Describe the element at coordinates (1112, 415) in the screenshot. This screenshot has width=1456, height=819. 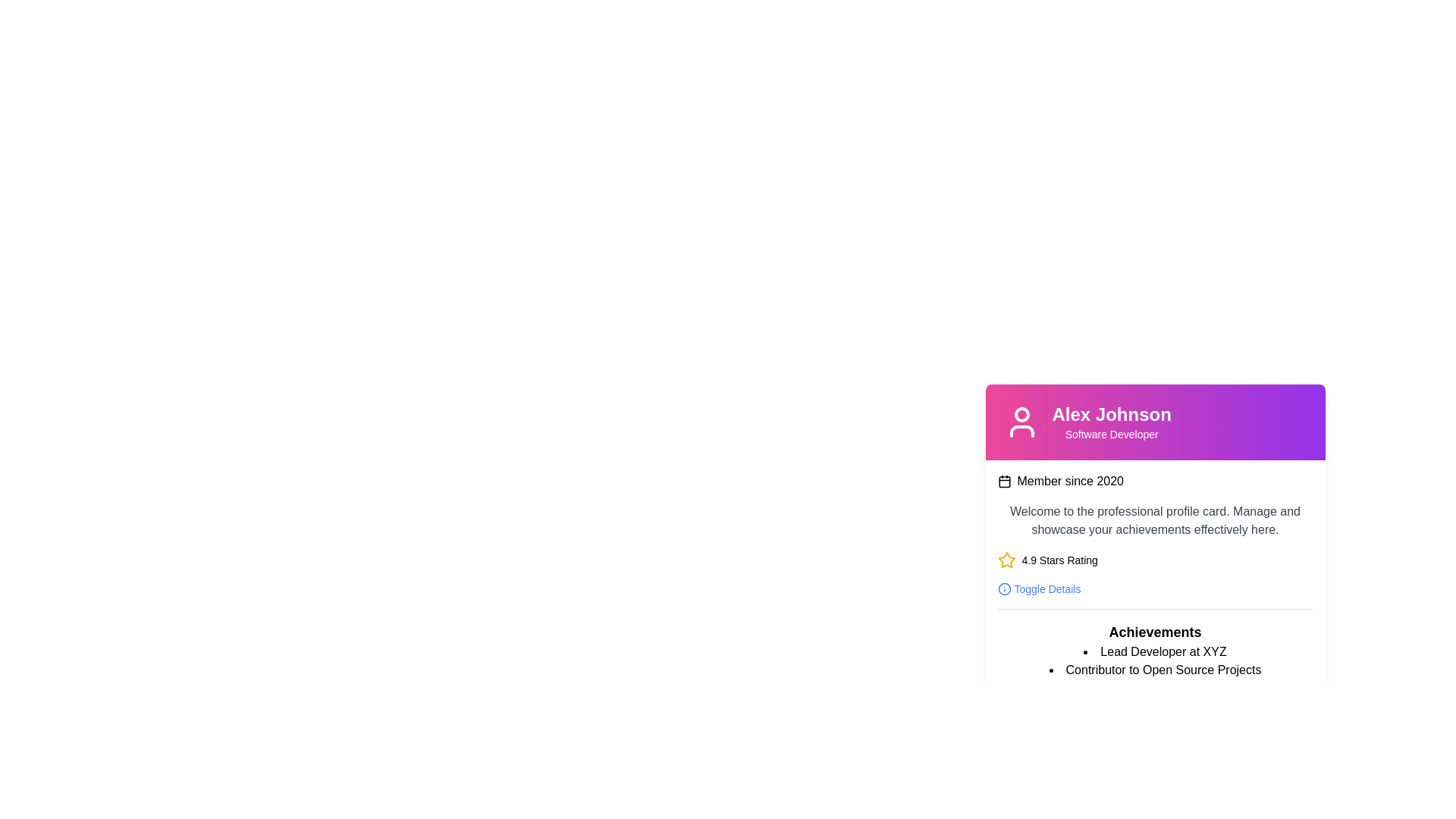
I see `the bold-styled text segment displaying 'Alex Johnson' which is centrally aligned in the header of the profile card` at that location.